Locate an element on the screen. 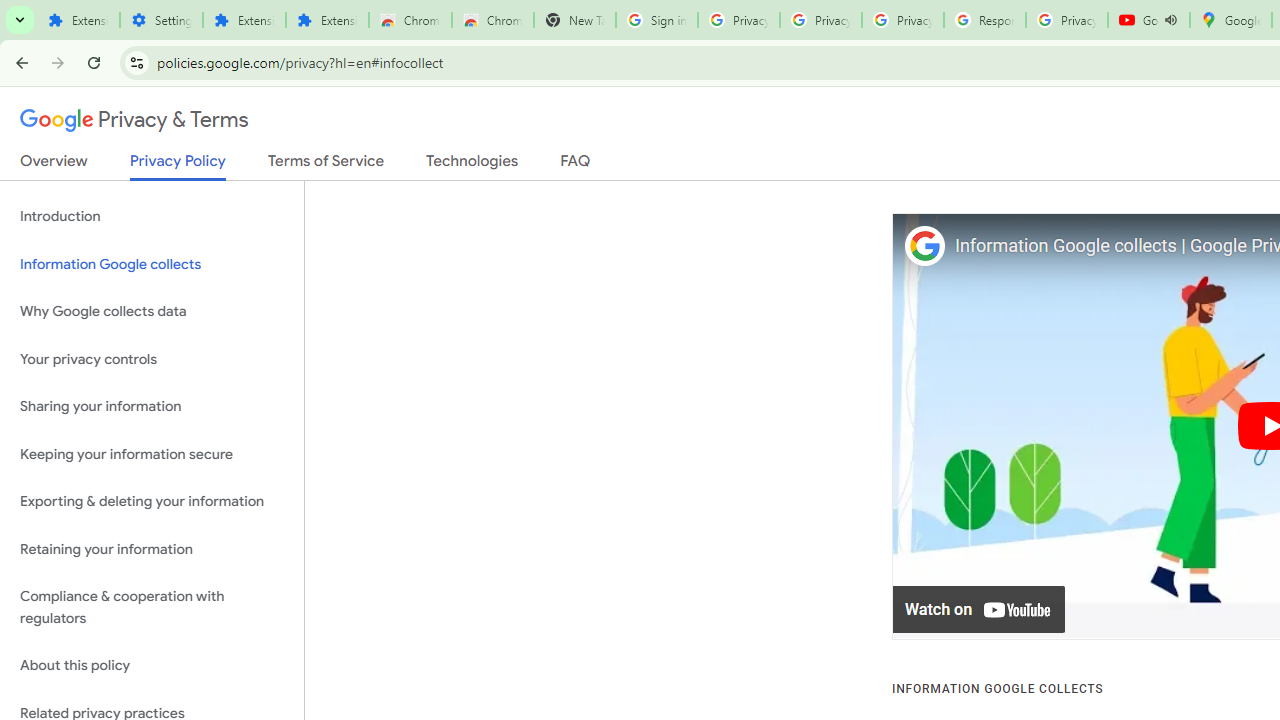  'Chrome Web Store - Themes' is located at coordinates (492, 20).